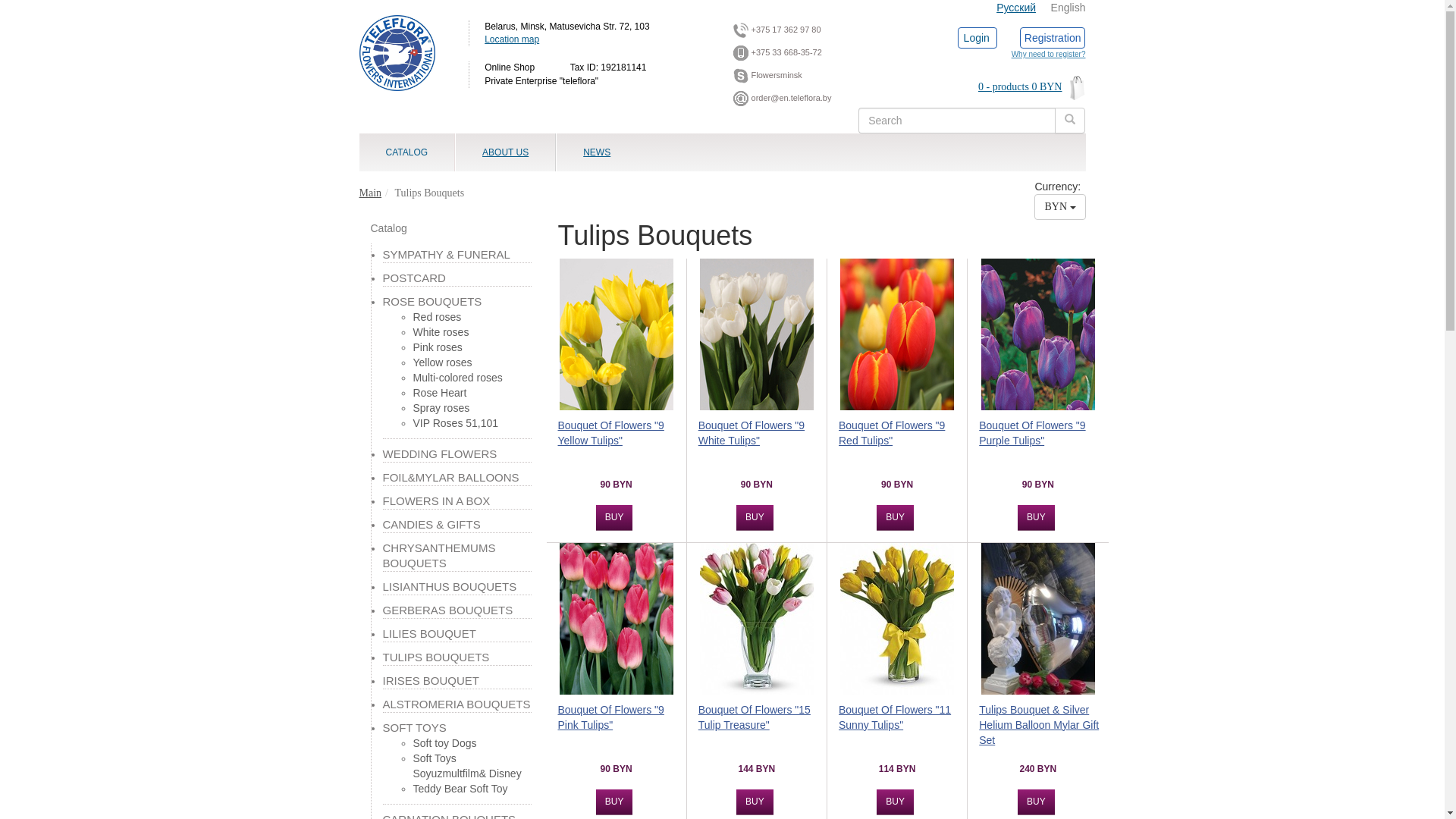 The height and width of the screenshot is (819, 1456). I want to click on 'VIP Roses 51,101', so click(412, 423).